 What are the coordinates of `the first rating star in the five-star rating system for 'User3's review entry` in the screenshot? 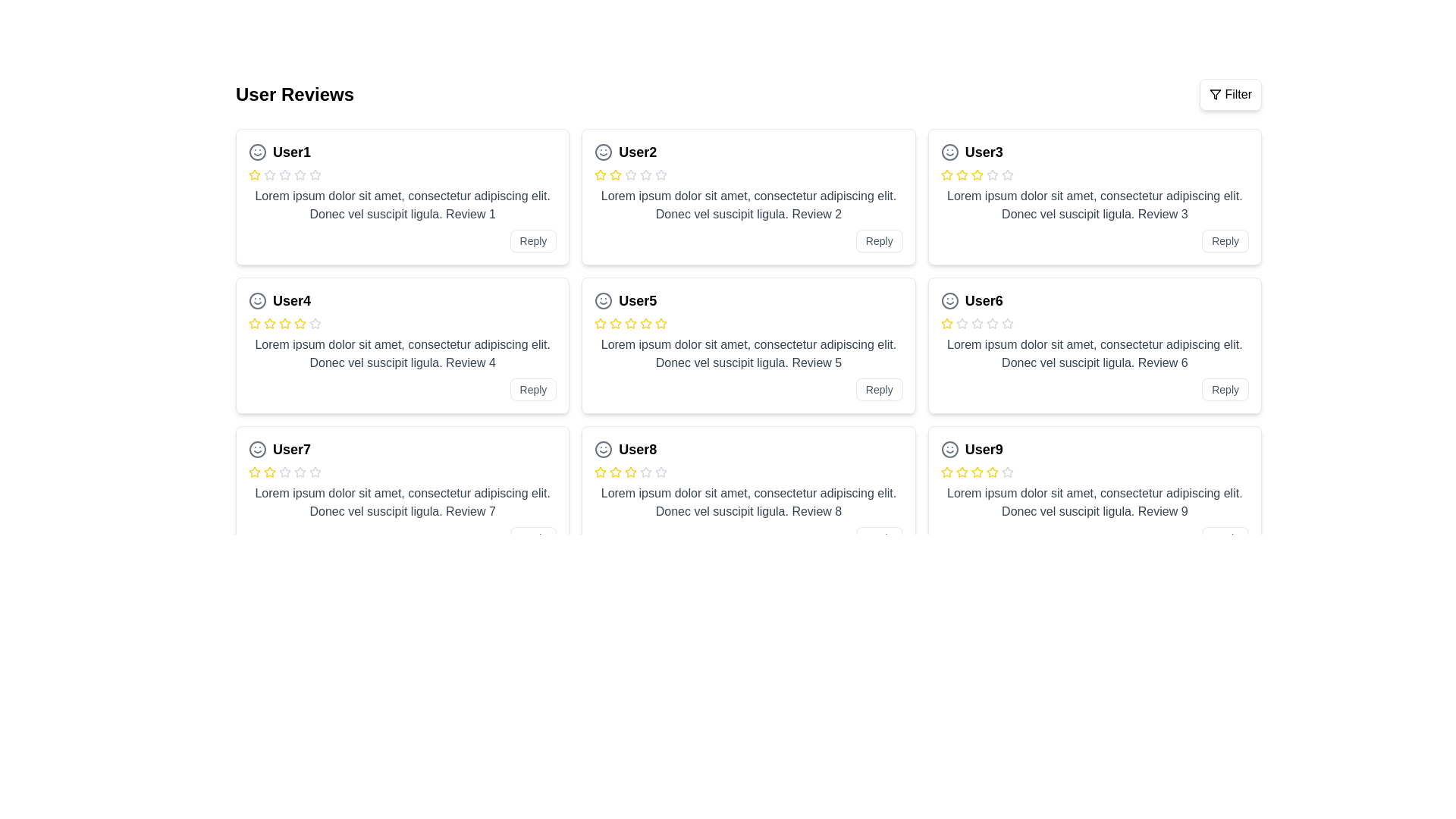 It's located at (946, 174).